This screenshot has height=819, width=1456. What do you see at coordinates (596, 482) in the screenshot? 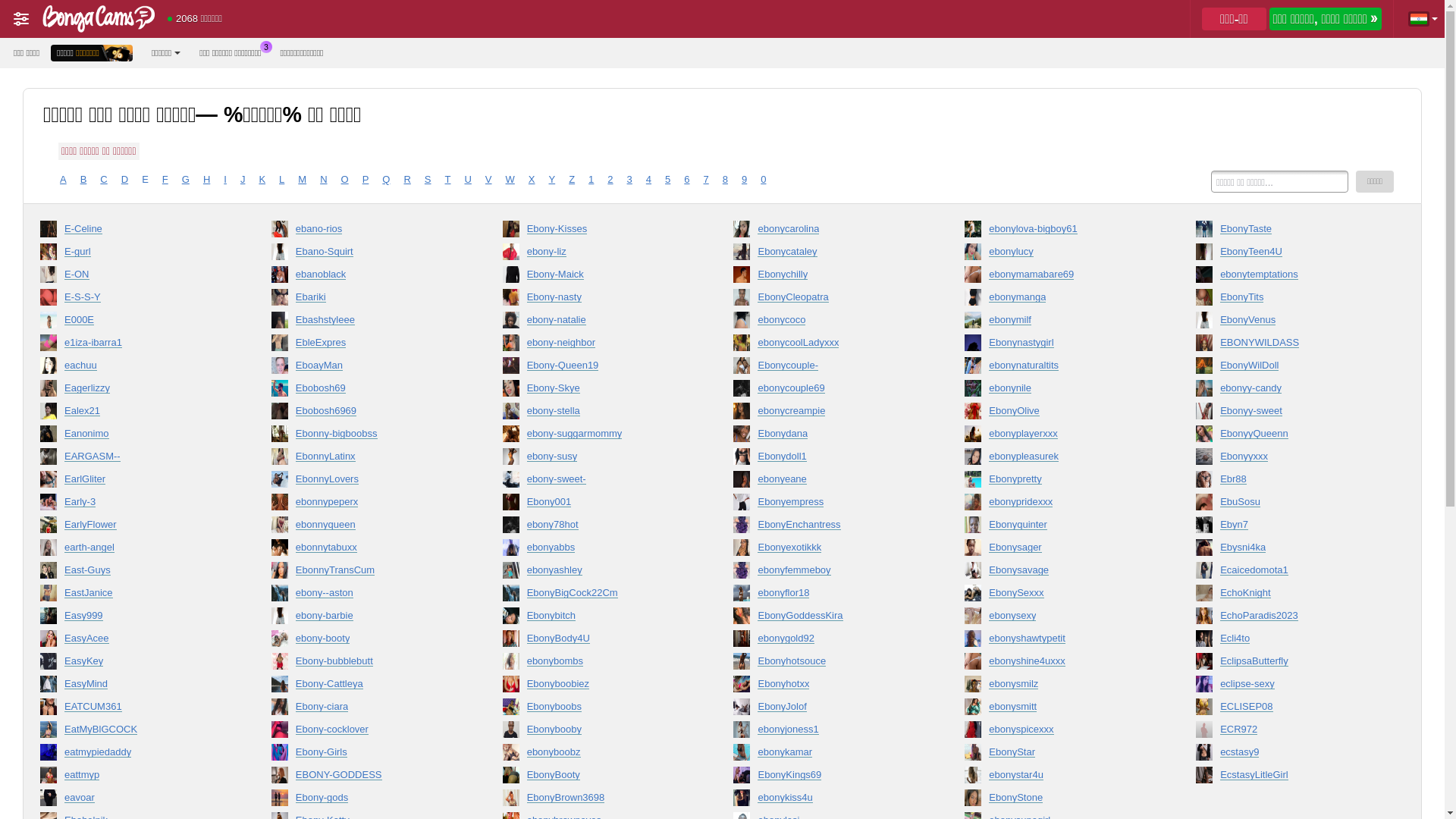
I see `'ebony-sweet-'` at bounding box center [596, 482].